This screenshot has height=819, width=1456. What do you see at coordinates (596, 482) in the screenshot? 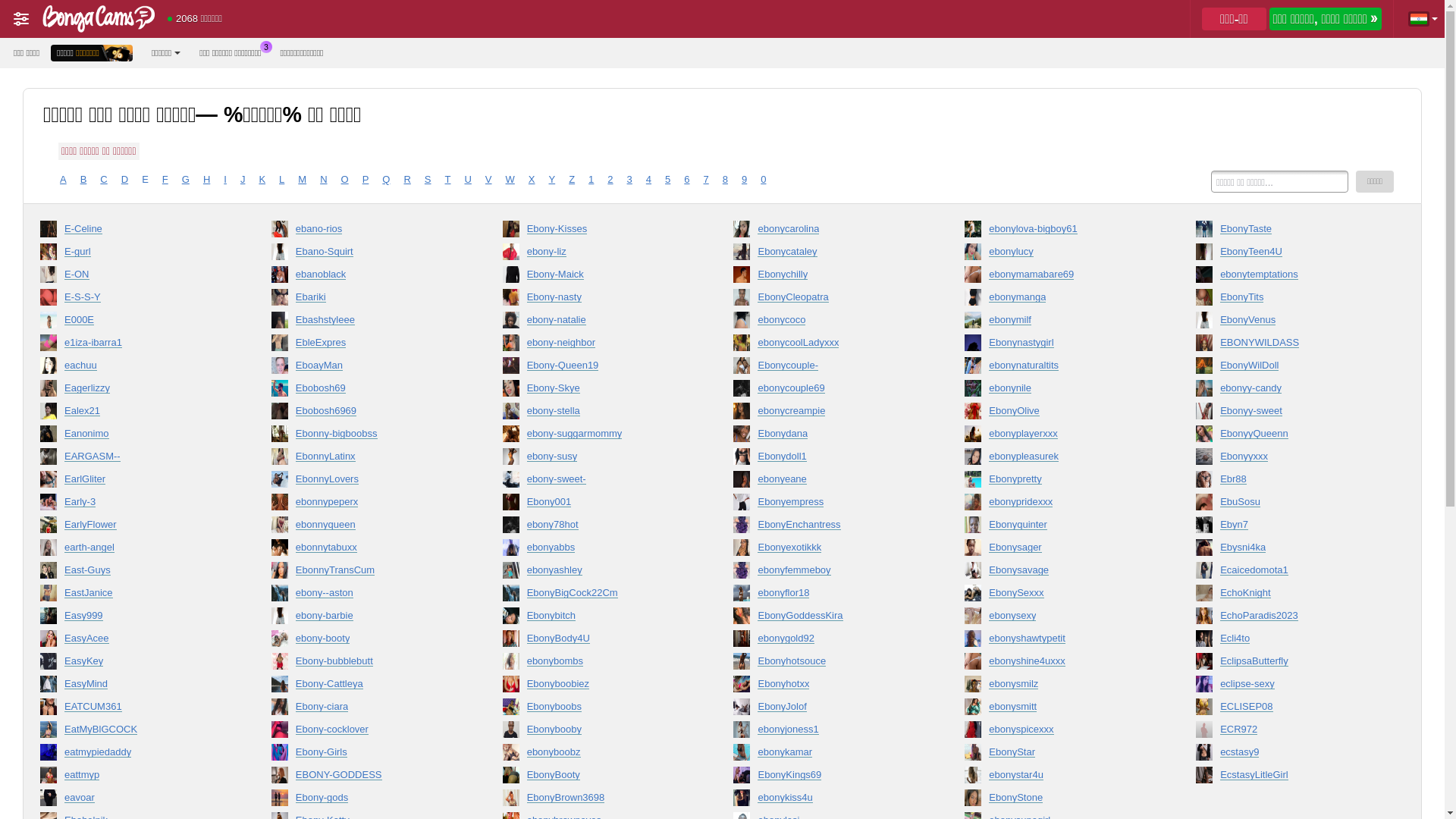
I see `'ebony-sweet-'` at bounding box center [596, 482].